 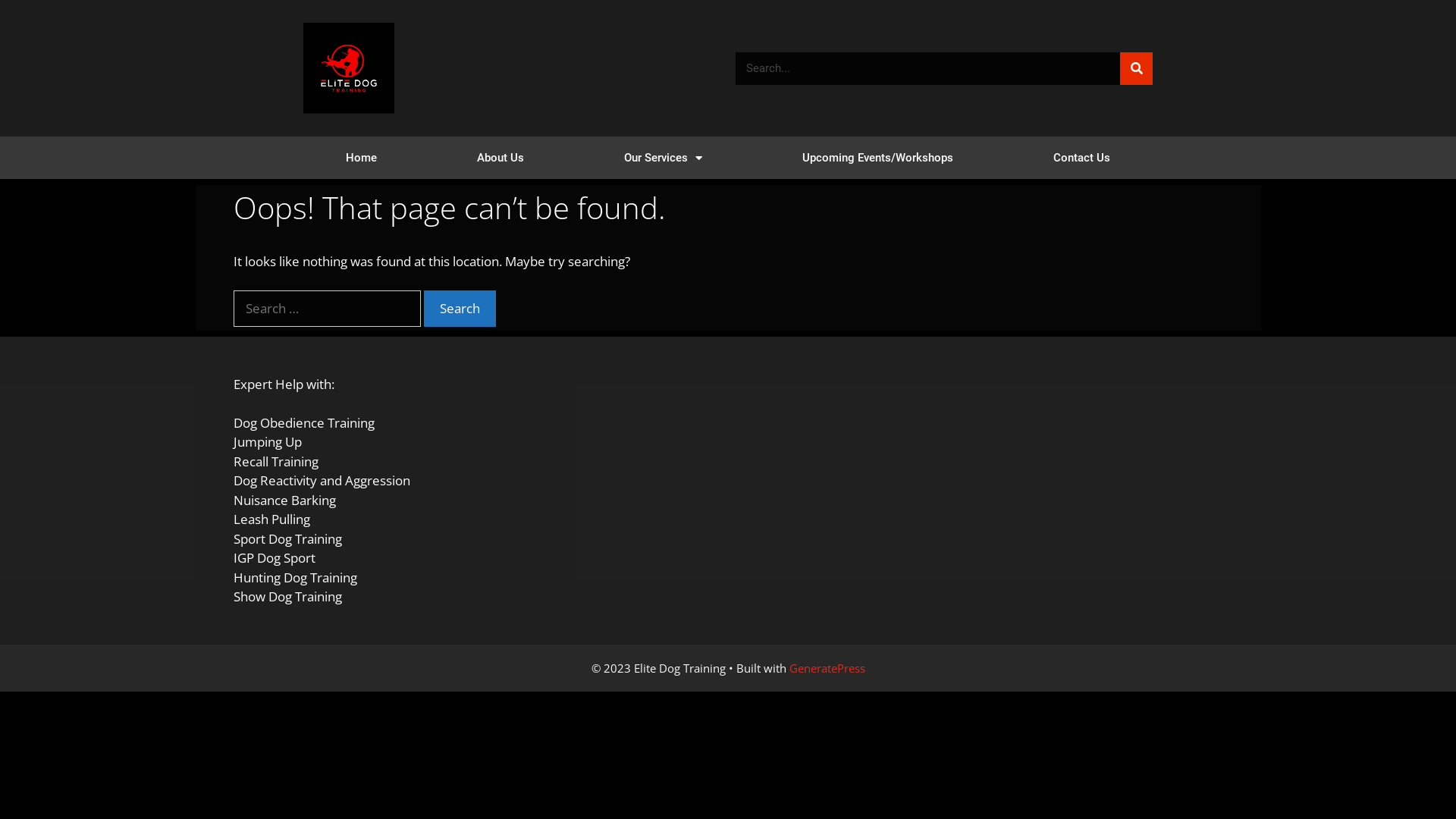 I want to click on 'About Us', so click(x=500, y=158).